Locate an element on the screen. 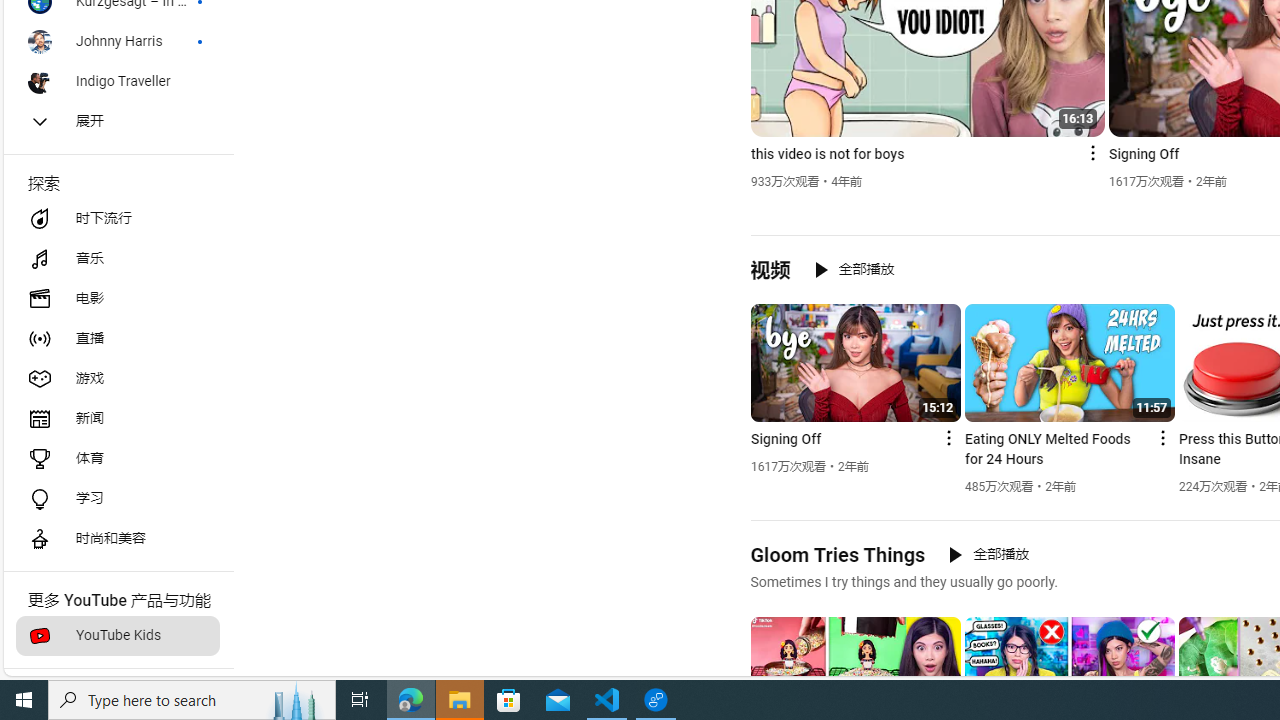  'YouTube Kids' is located at coordinates (116, 636).